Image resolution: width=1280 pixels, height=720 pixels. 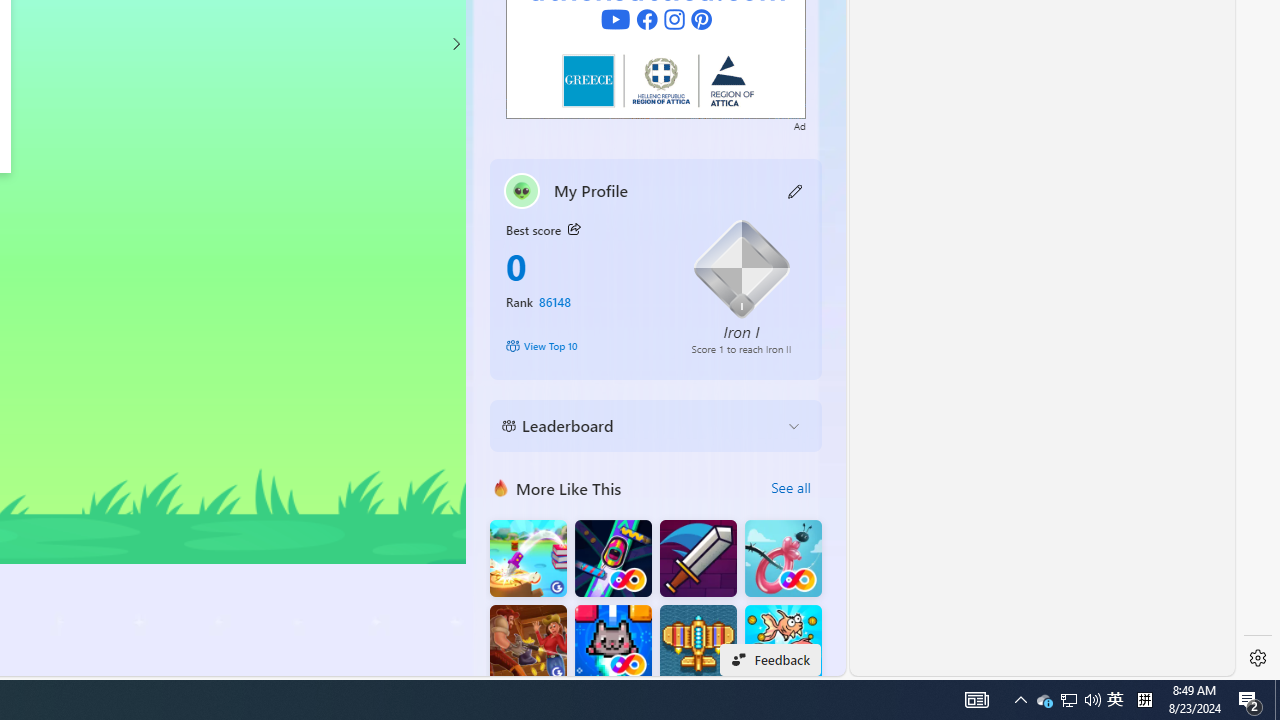 What do you see at coordinates (698, 643) in the screenshot?
I see `'Atlantic Sky Hunter'` at bounding box center [698, 643].